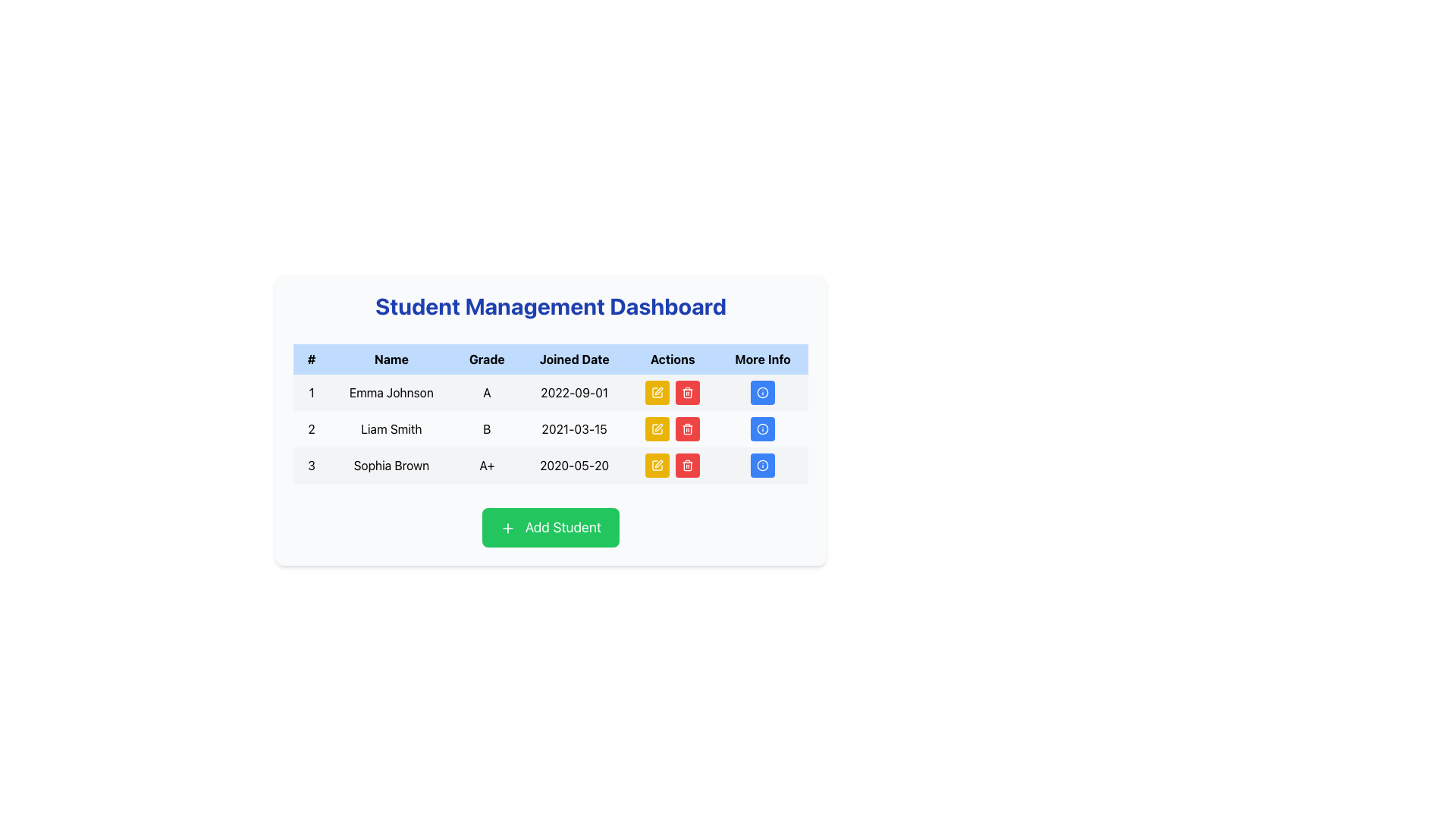 This screenshot has width=1456, height=819. I want to click on the edit button in the 'Actions' column for the row corresponding to 'Sophia Brown', so click(657, 464).